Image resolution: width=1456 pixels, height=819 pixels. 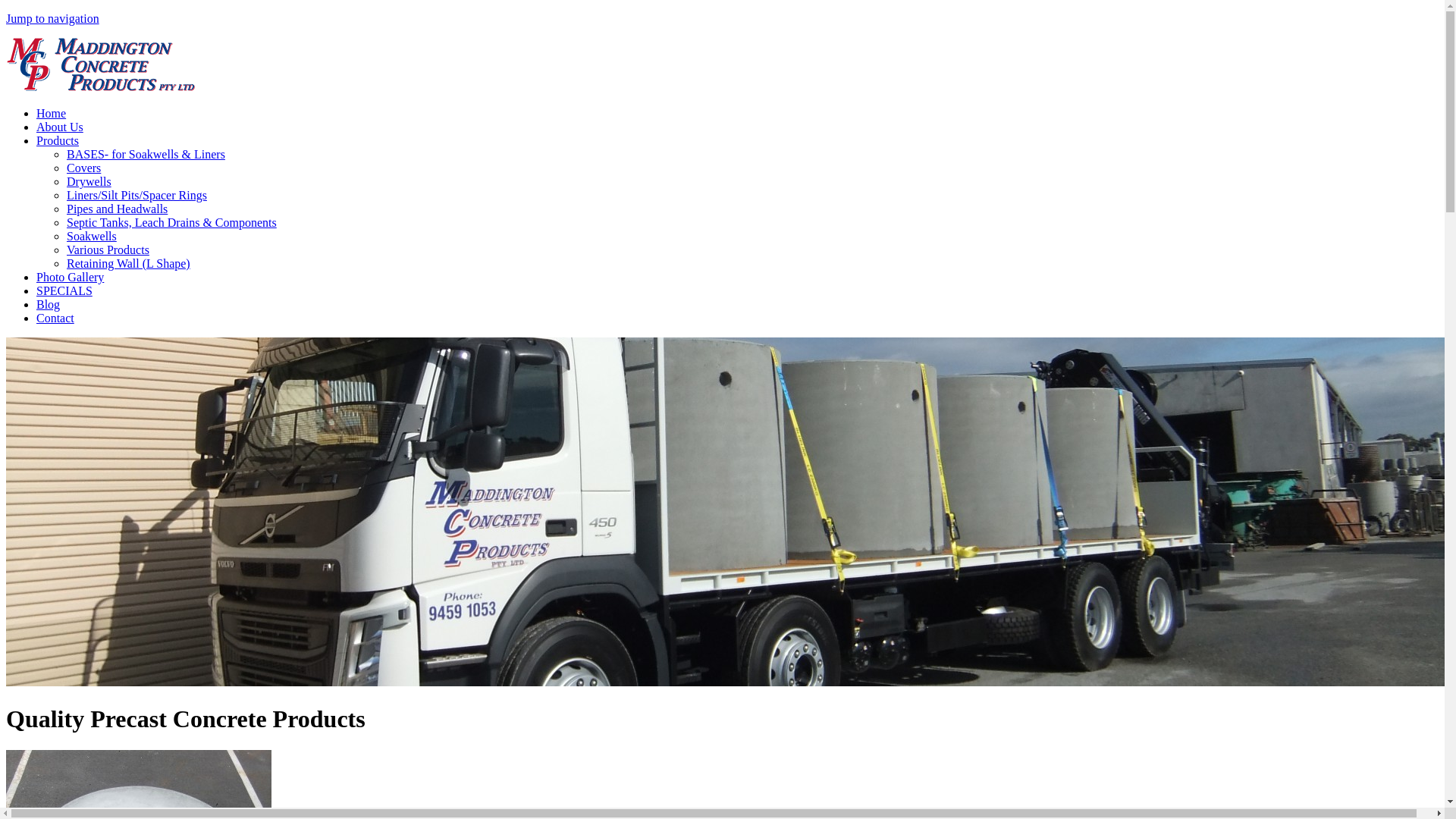 What do you see at coordinates (64, 290) in the screenshot?
I see `'SPECIALS'` at bounding box center [64, 290].